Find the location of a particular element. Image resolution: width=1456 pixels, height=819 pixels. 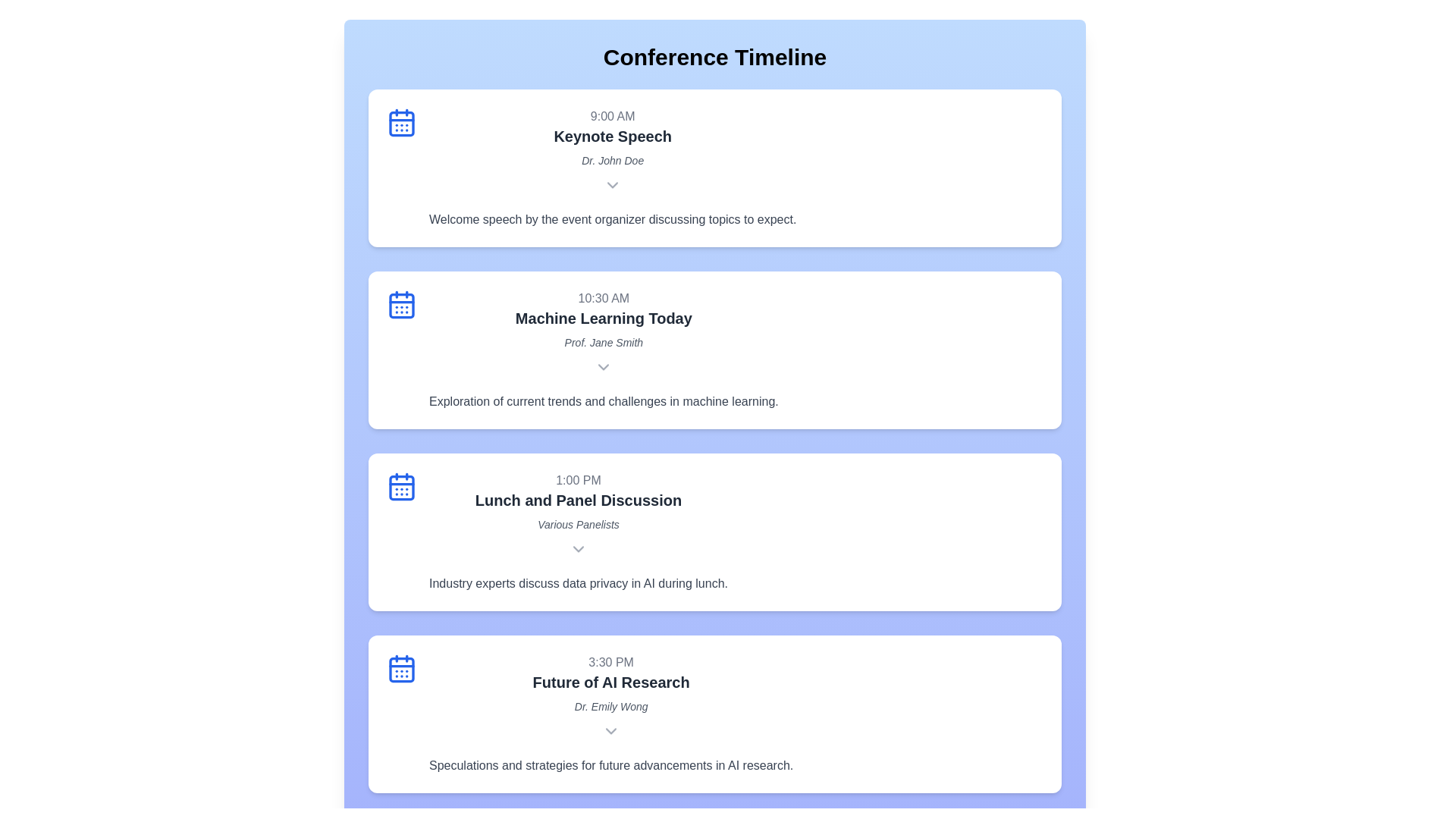

text content of the text label displaying the name of the presenter or author for the event 'Machine Learning Today', positioned below the title and above the description is located at coordinates (603, 342).